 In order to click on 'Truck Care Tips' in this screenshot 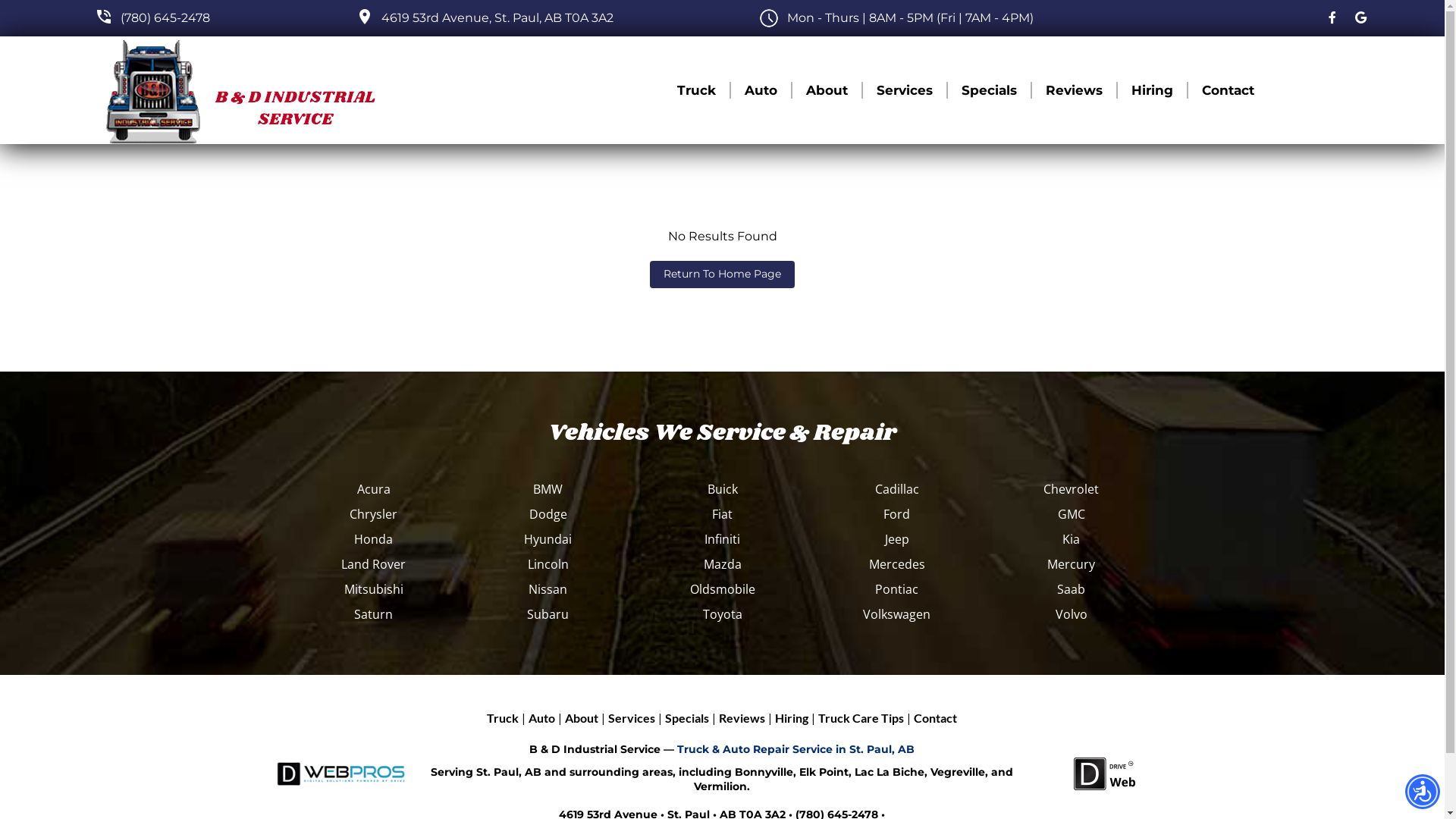, I will do `click(861, 717)`.